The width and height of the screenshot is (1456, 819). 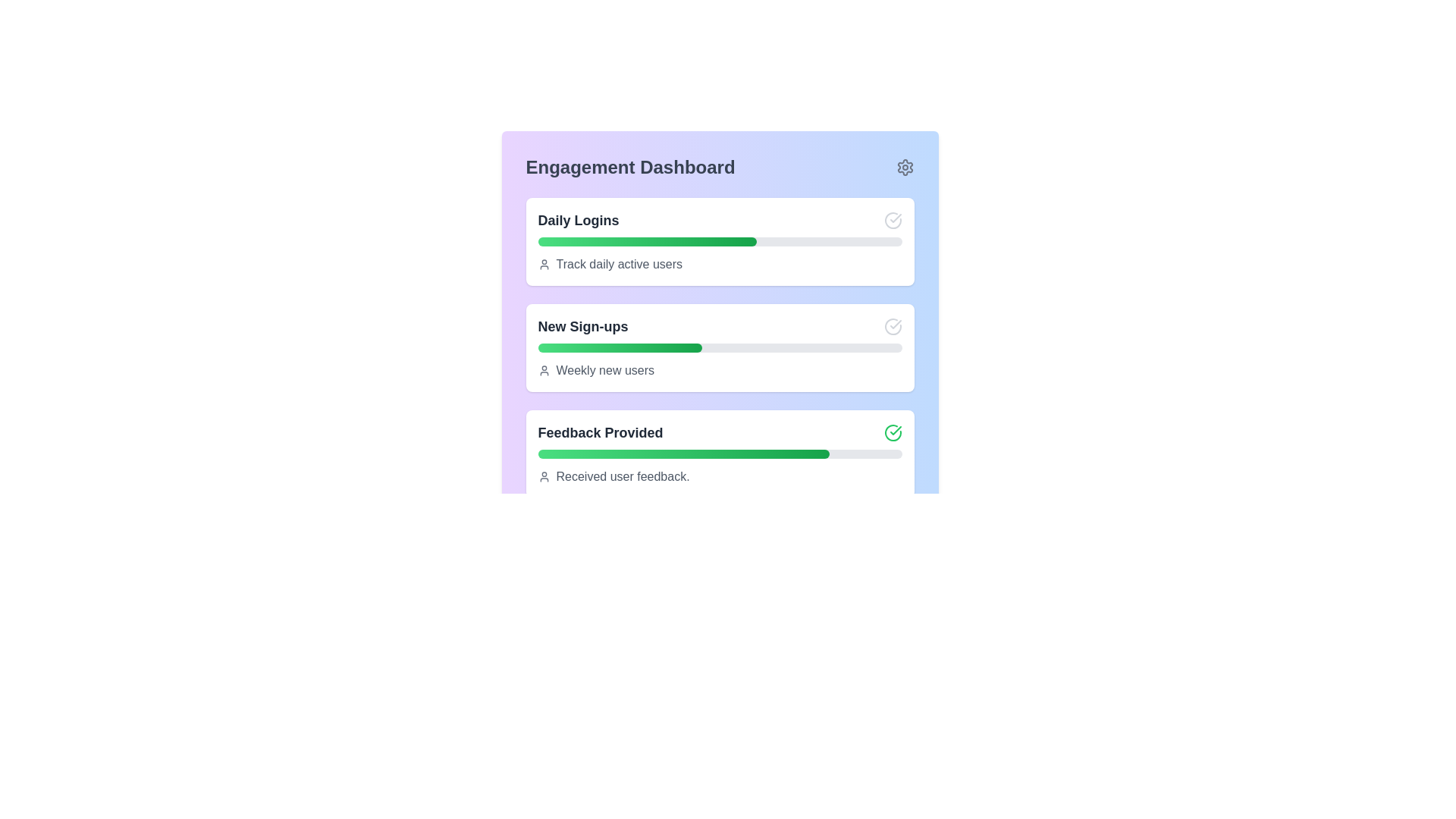 I want to click on the vector graphic element representing the status icon located on the right side of the 'Daily Logins' card in the dashboard interface, so click(x=893, y=220).